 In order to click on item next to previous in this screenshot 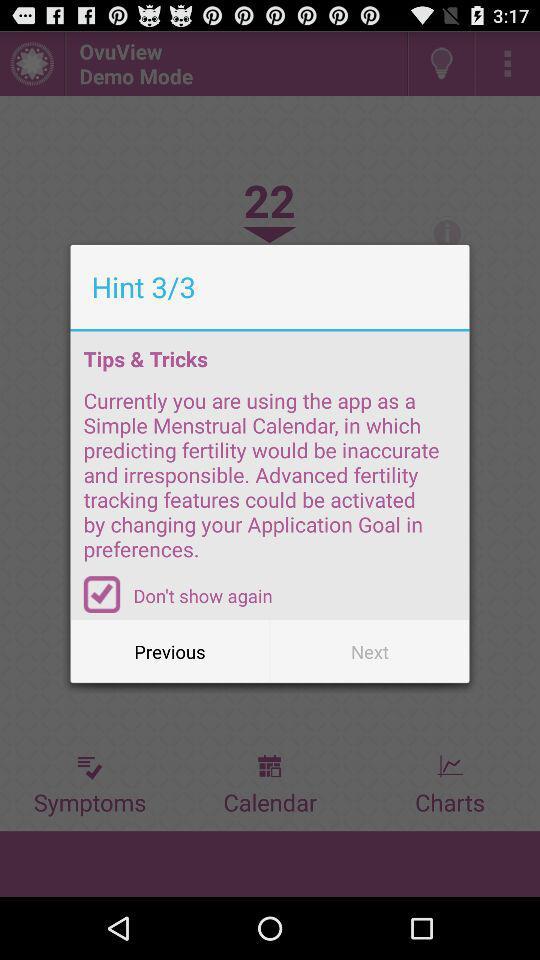, I will do `click(368, 650)`.